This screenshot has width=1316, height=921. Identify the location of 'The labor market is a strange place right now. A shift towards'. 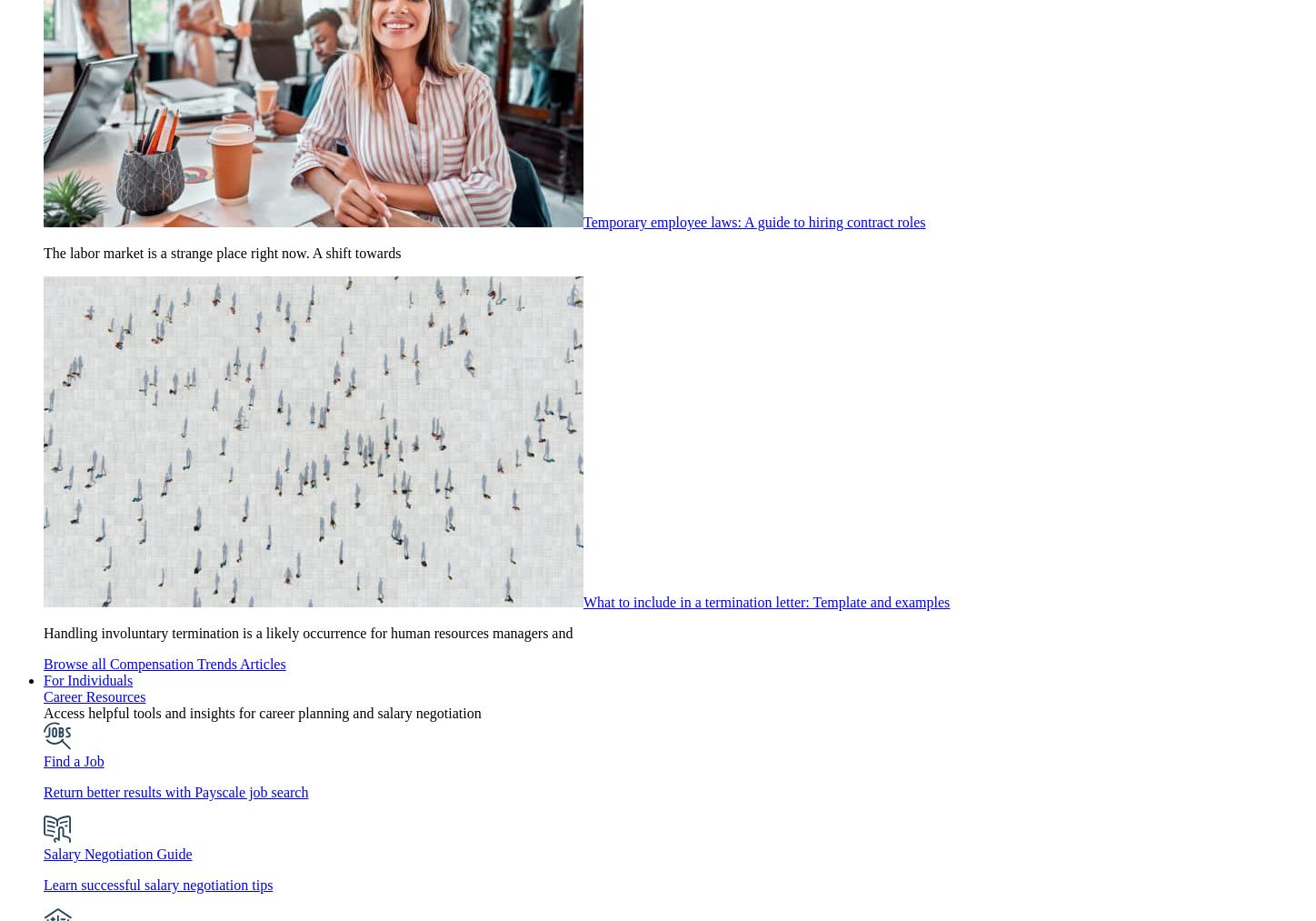
(222, 252).